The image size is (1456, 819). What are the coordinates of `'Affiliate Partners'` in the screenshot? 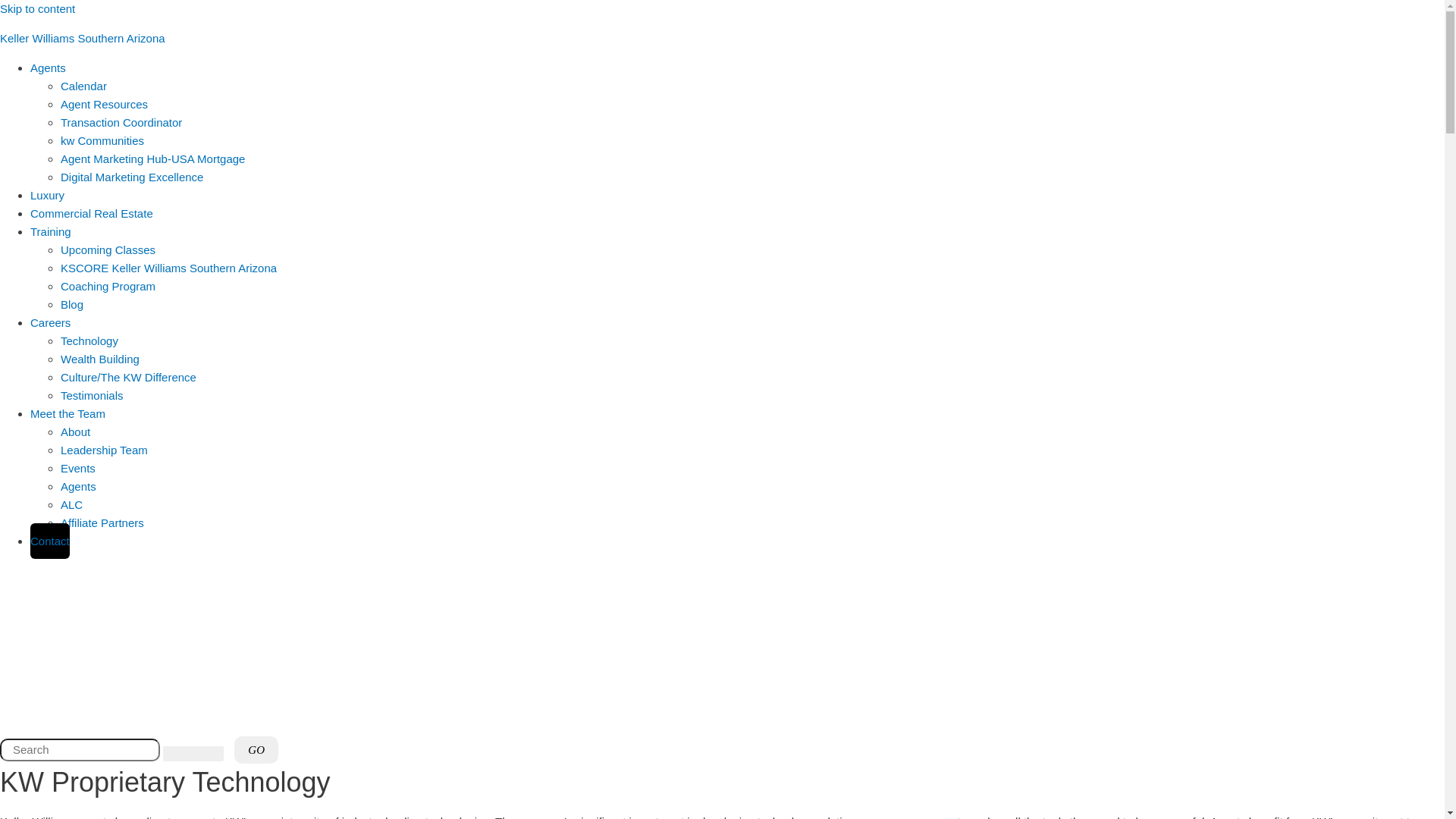 It's located at (101, 522).